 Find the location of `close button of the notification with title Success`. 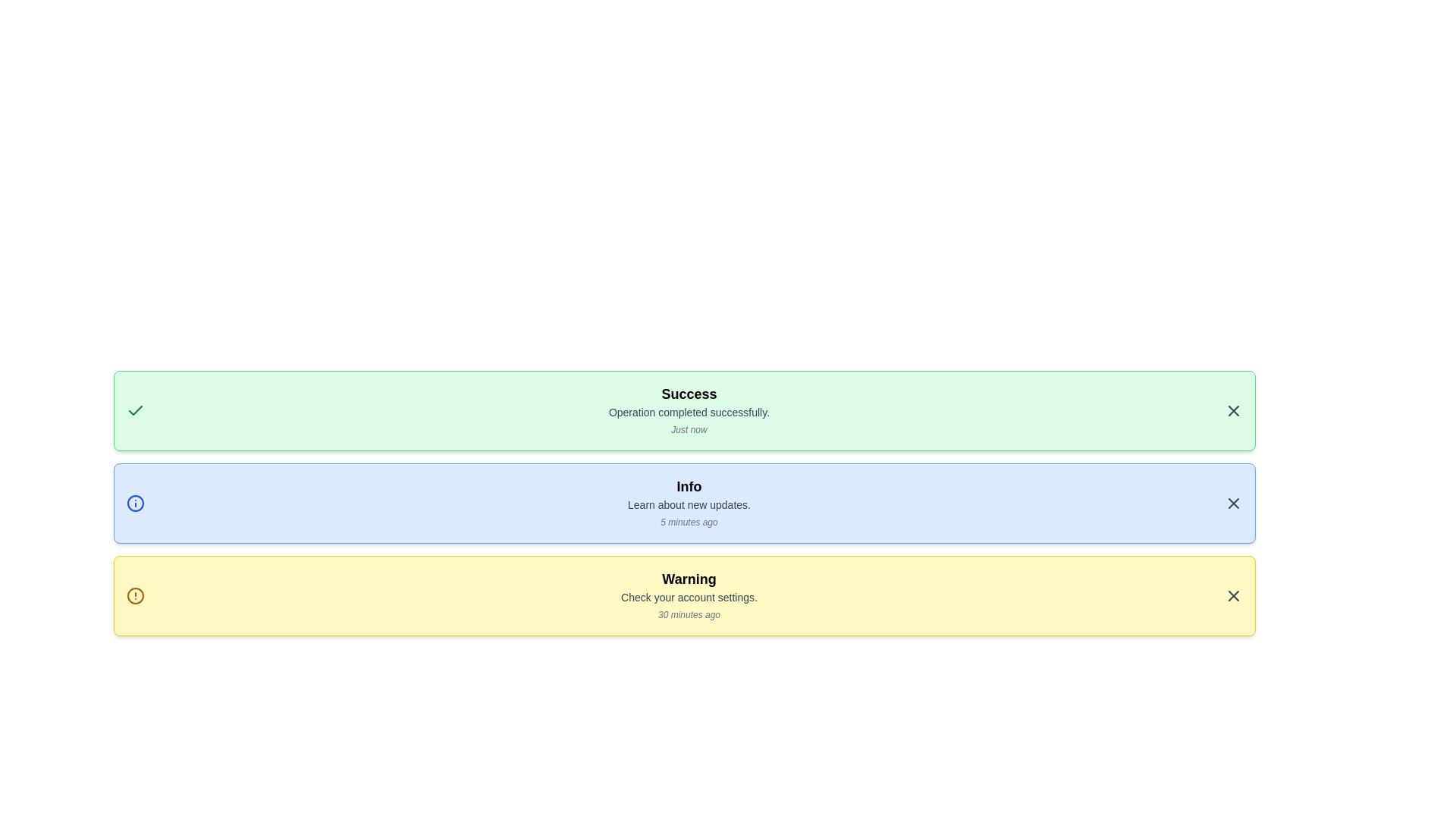

close button of the notification with title Success is located at coordinates (1234, 411).